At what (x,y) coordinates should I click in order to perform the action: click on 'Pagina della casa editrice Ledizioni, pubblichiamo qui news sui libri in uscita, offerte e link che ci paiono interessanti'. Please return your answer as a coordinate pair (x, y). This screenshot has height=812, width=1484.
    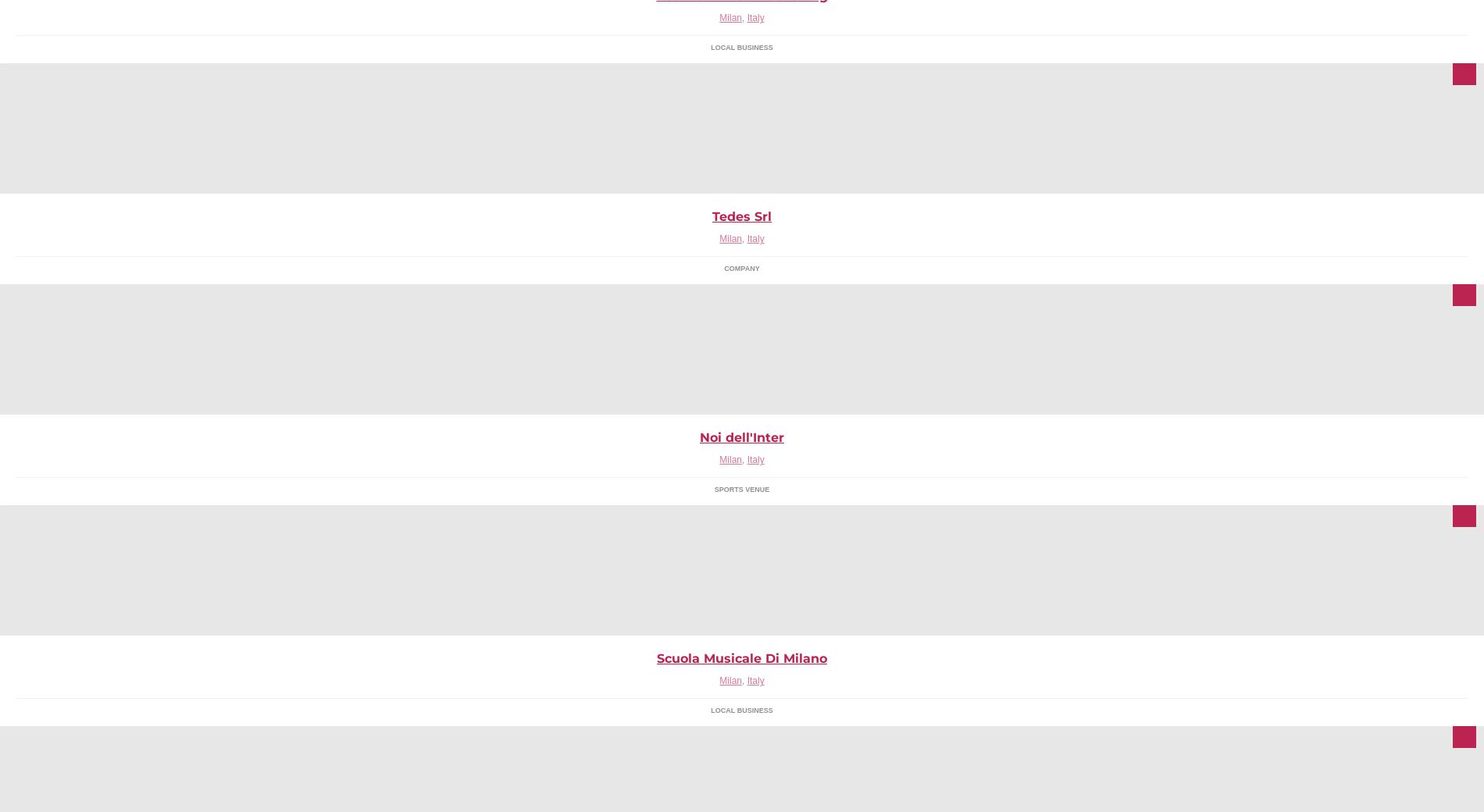
    Looking at the image, I should click on (269, 611).